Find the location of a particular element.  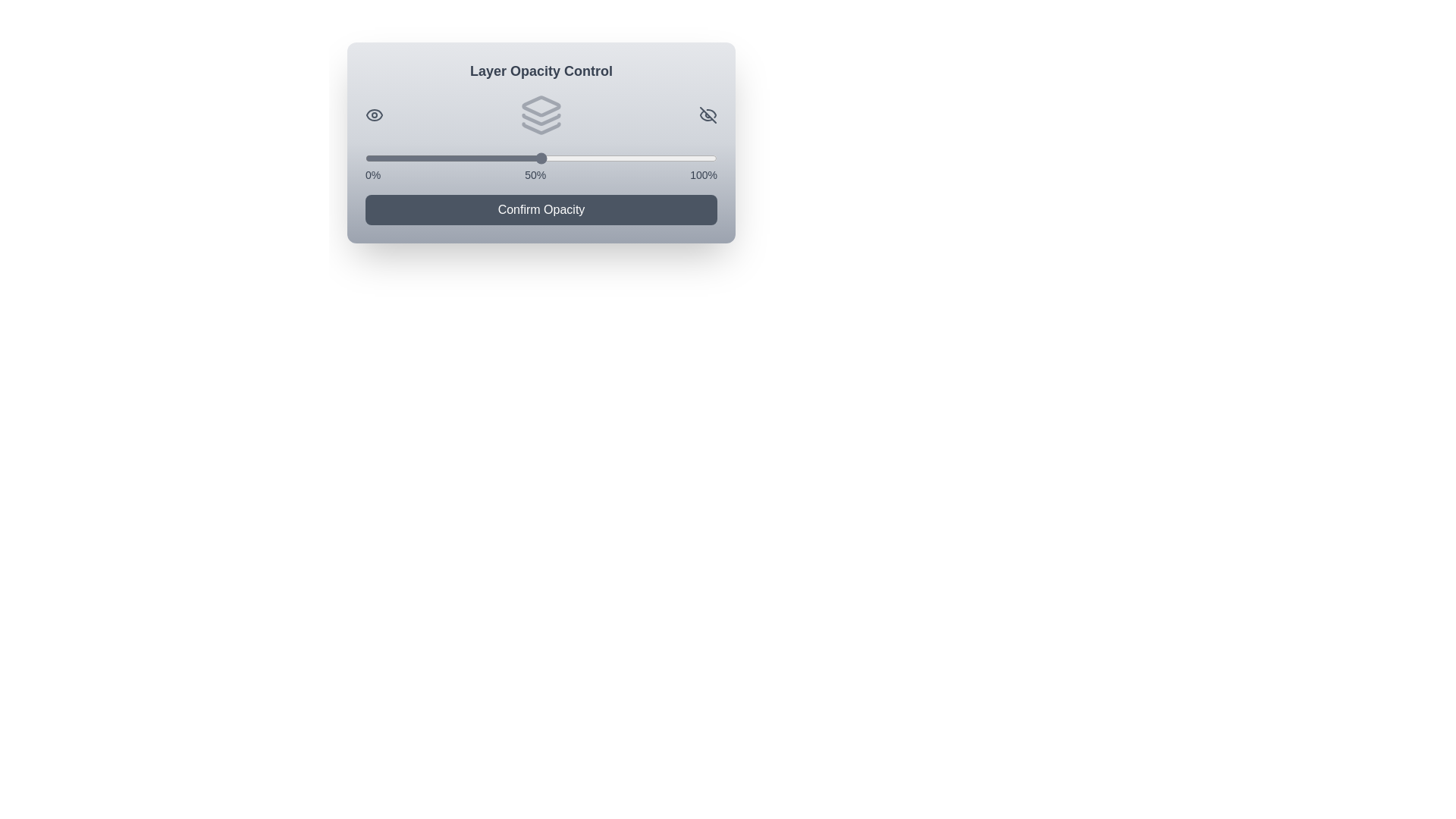

the EyeOff icon to interact with it is located at coordinates (708, 114).